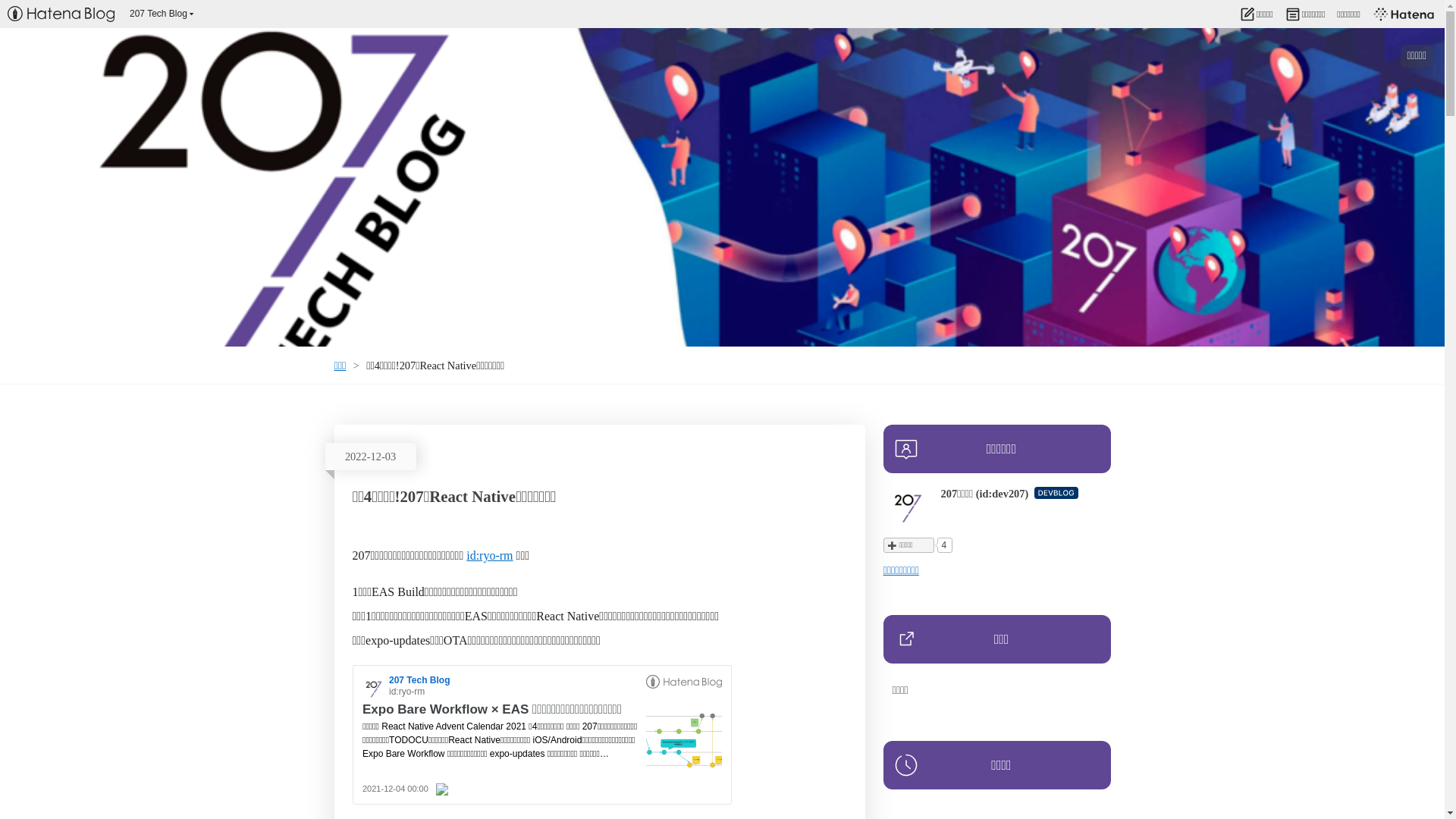  I want to click on '2022-12-03', so click(370, 455).